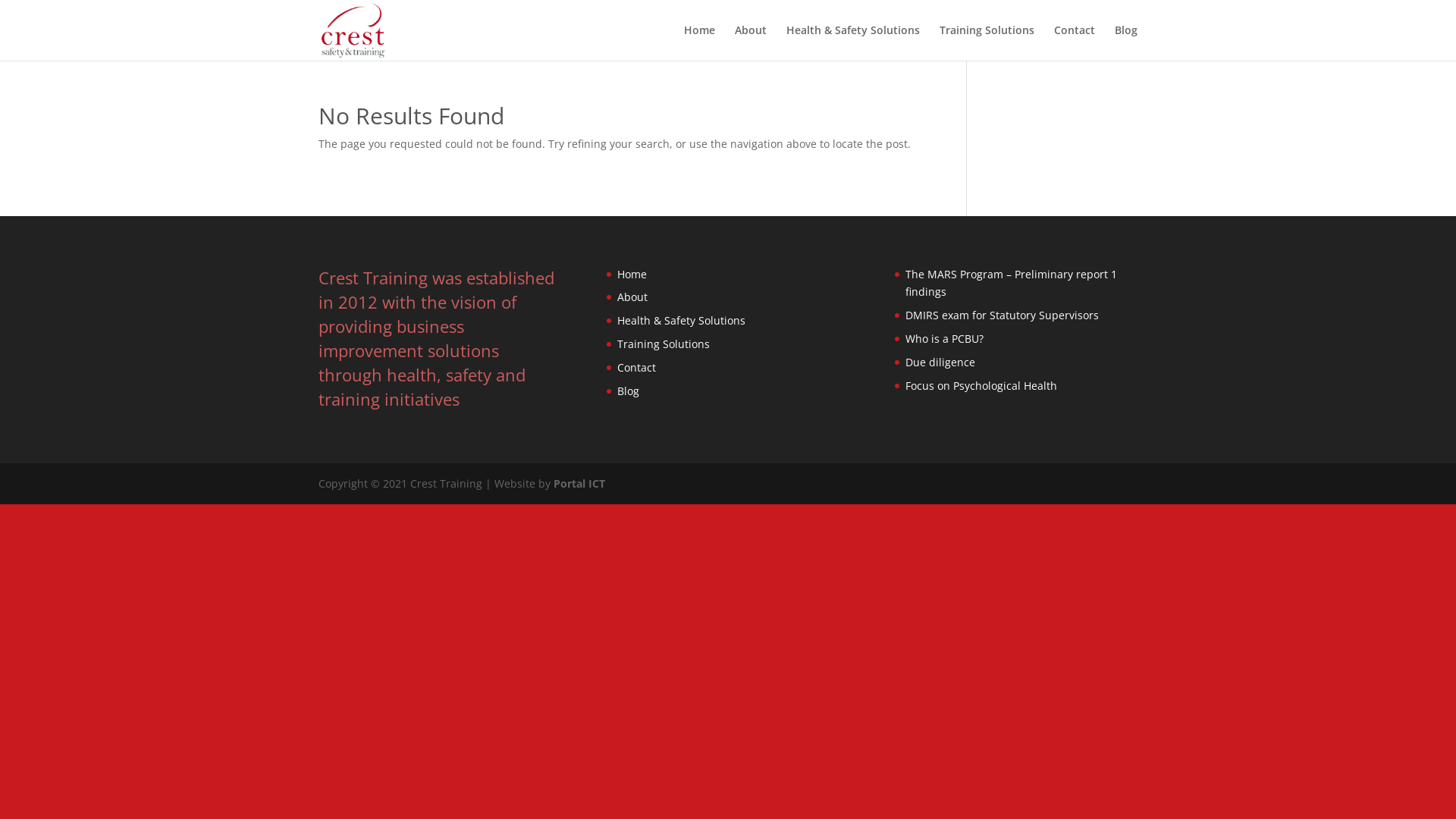 Image resolution: width=1456 pixels, height=819 pixels. Describe the element at coordinates (943, 337) in the screenshot. I see `'Who is a PCBU?'` at that location.